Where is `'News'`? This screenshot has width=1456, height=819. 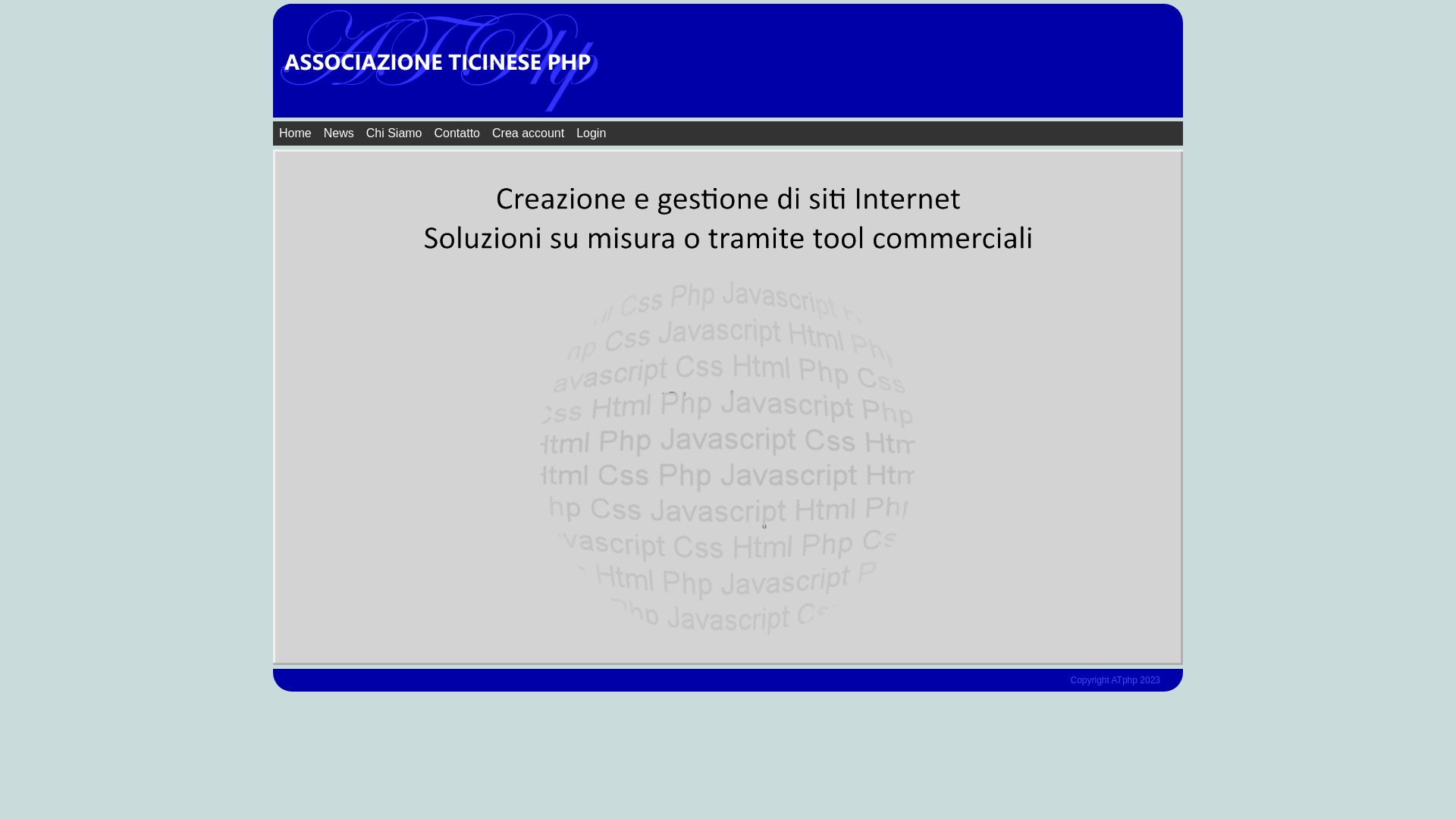
'News' is located at coordinates (337, 133).